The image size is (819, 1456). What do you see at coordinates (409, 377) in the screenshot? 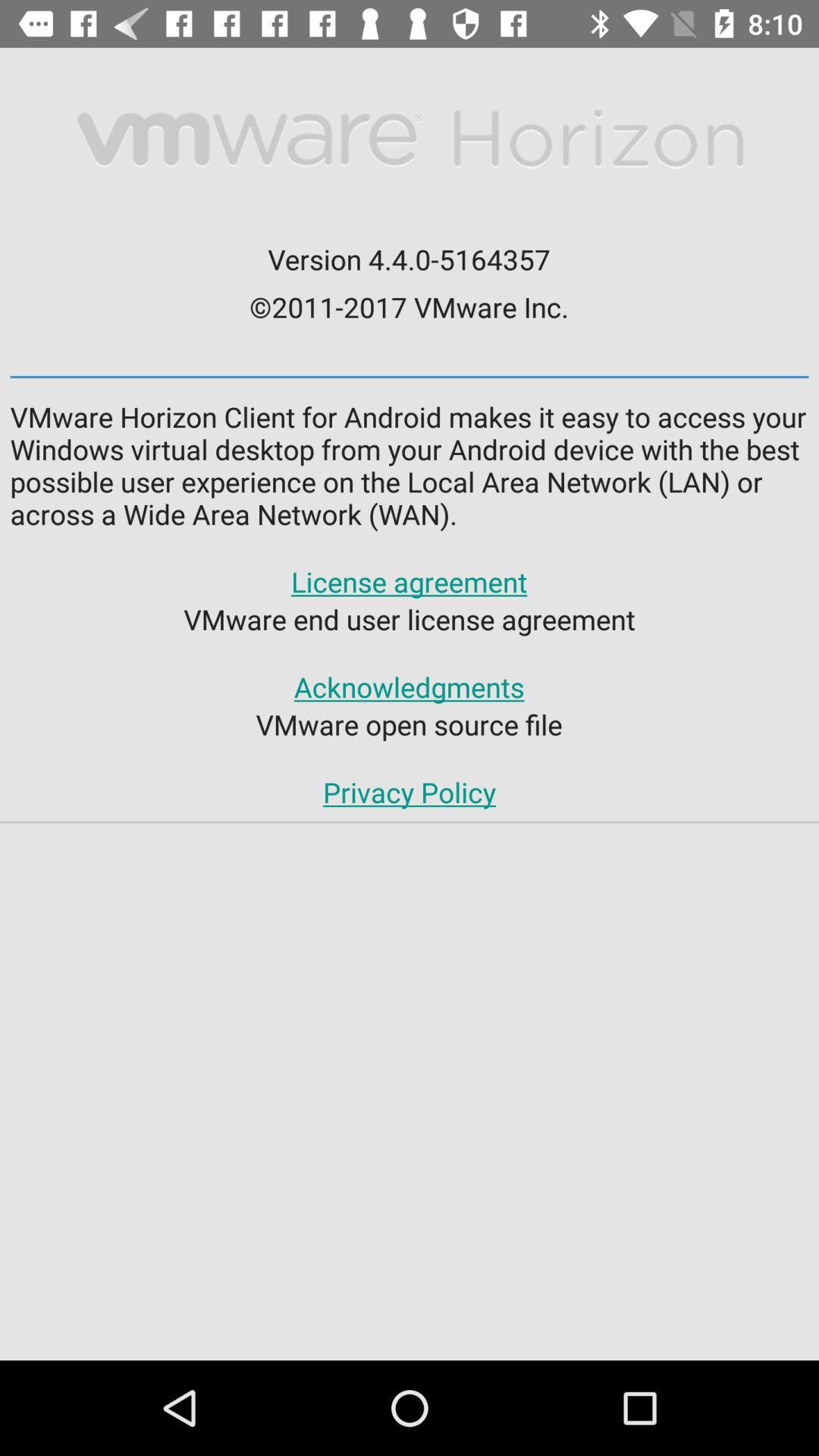
I see `icon below the 2011 2017 vmware app` at bounding box center [409, 377].